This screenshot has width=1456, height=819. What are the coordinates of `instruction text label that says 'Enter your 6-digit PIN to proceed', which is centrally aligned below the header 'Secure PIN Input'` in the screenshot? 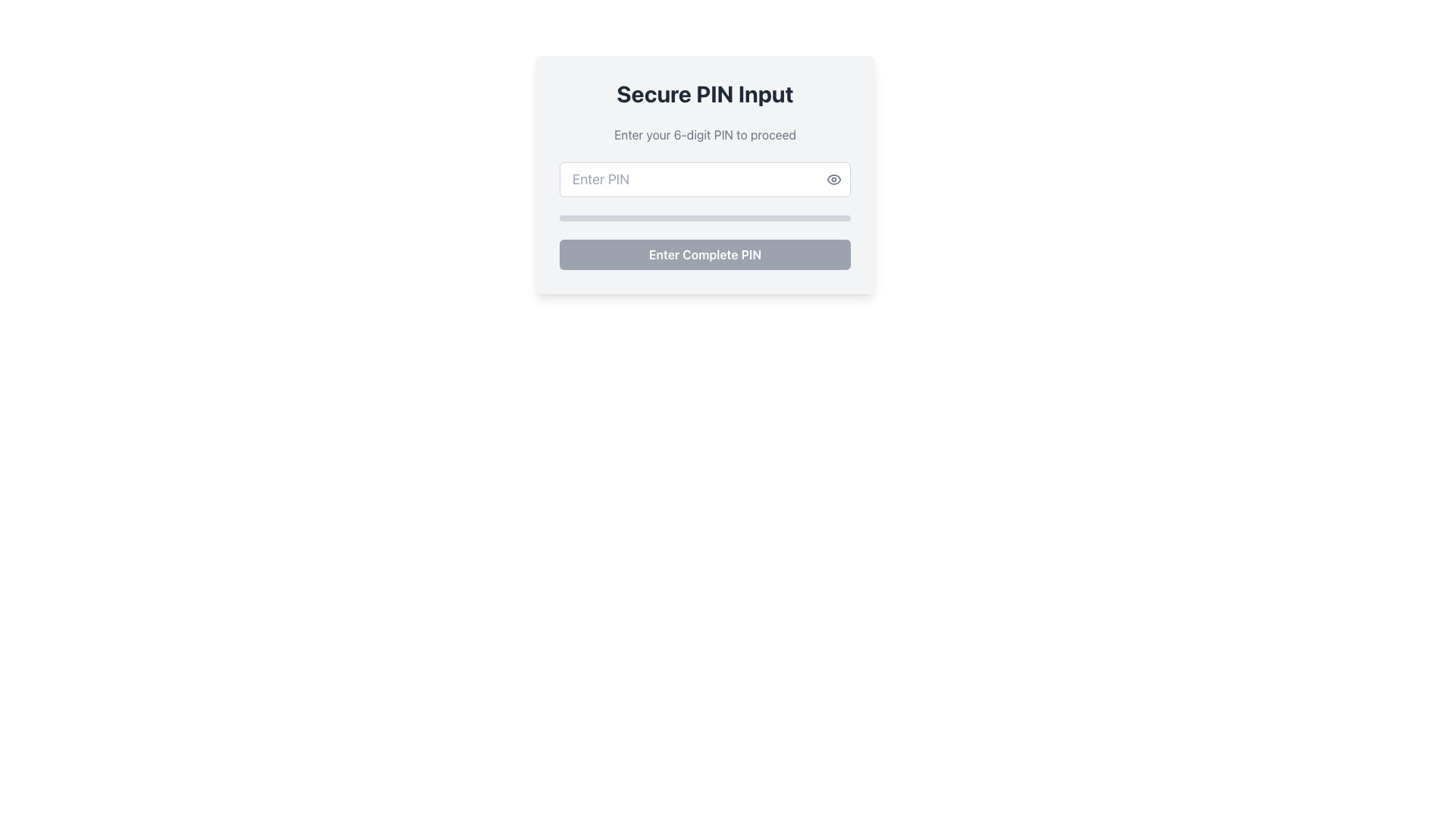 It's located at (704, 133).